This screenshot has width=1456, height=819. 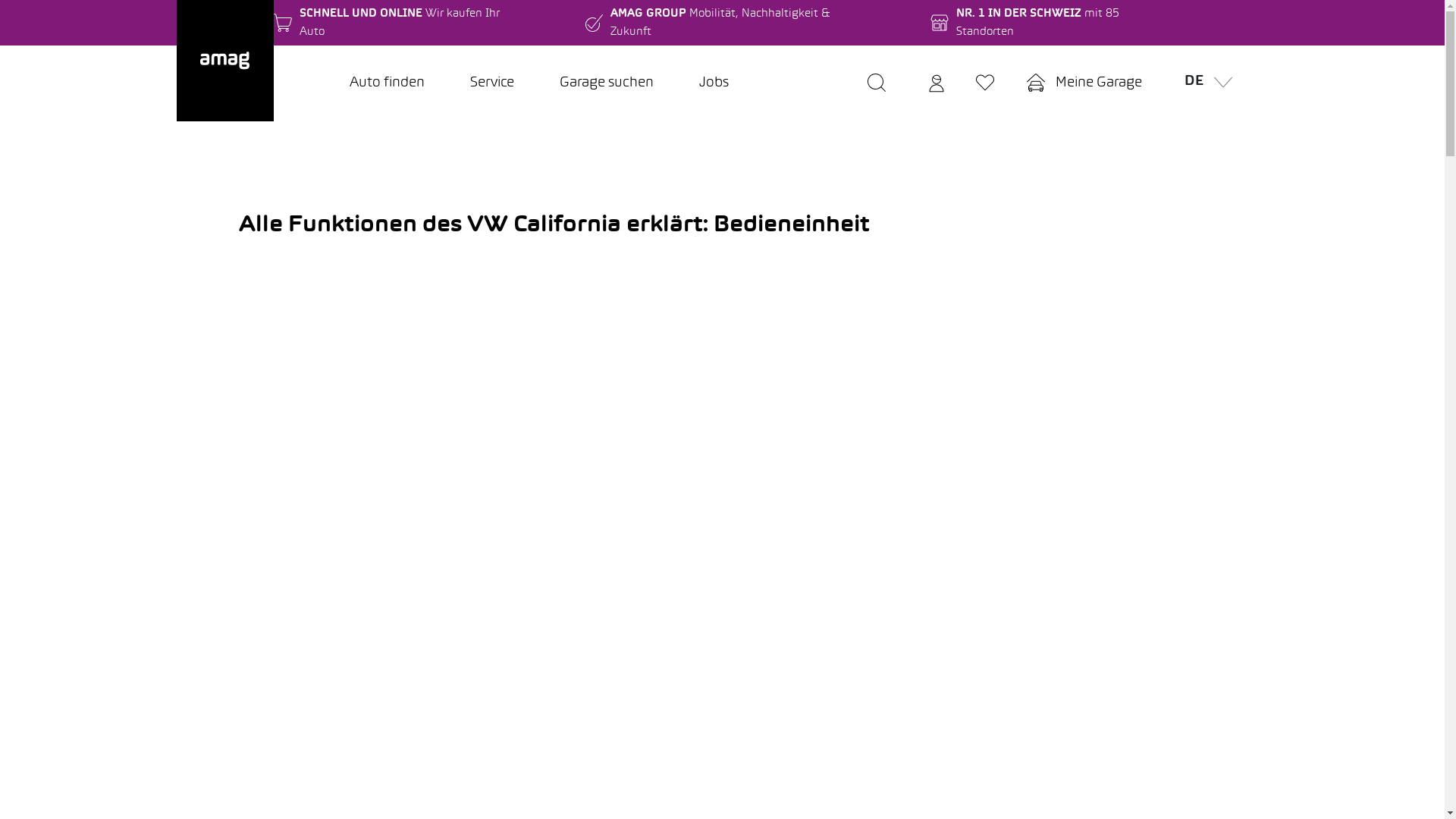 What do you see at coordinates (447, 83) in the screenshot?
I see `'Service'` at bounding box center [447, 83].